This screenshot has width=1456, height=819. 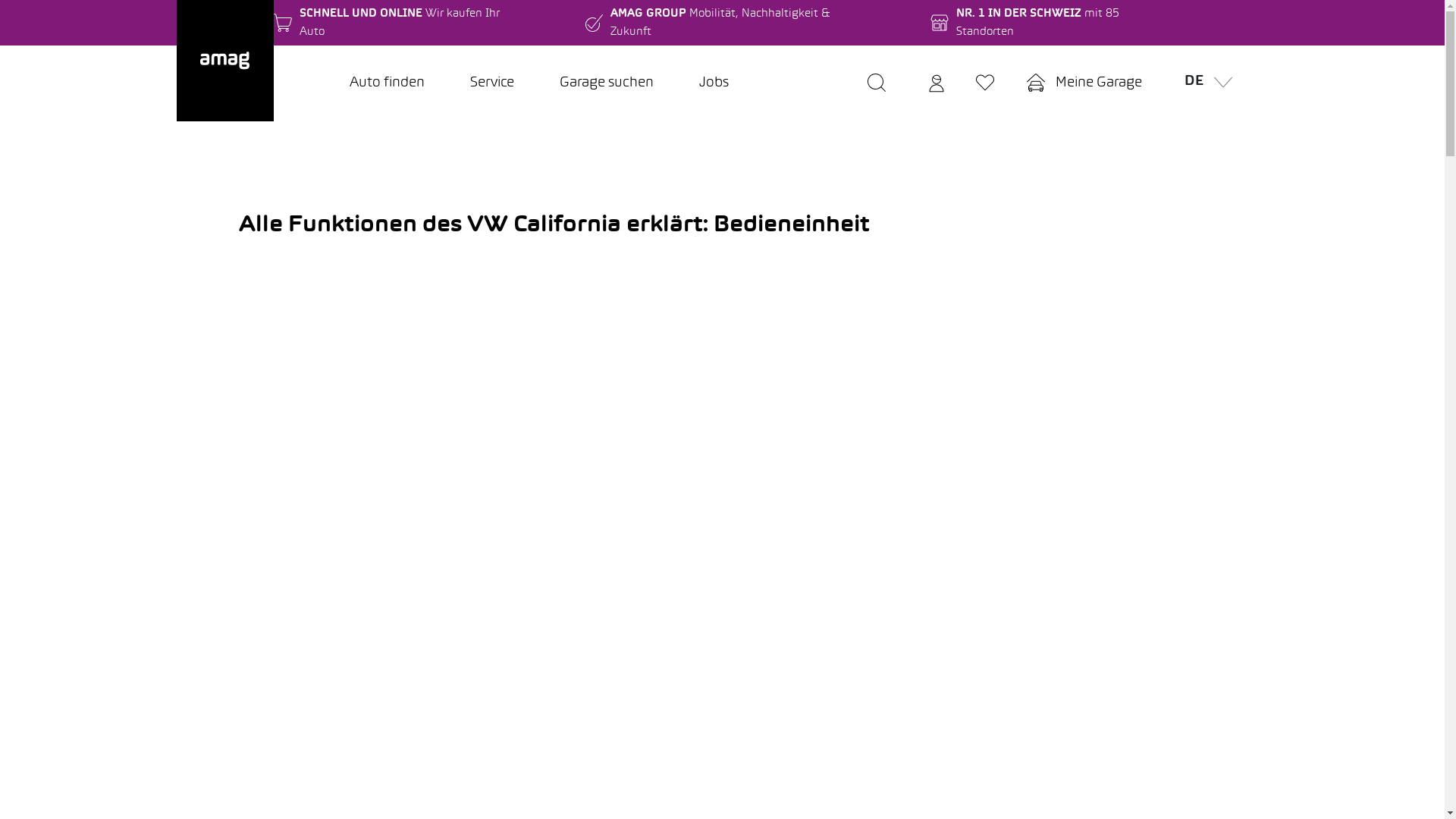 What do you see at coordinates (447, 83) in the screenshot?
I see `'Service'` at bounding box center [447, 83].